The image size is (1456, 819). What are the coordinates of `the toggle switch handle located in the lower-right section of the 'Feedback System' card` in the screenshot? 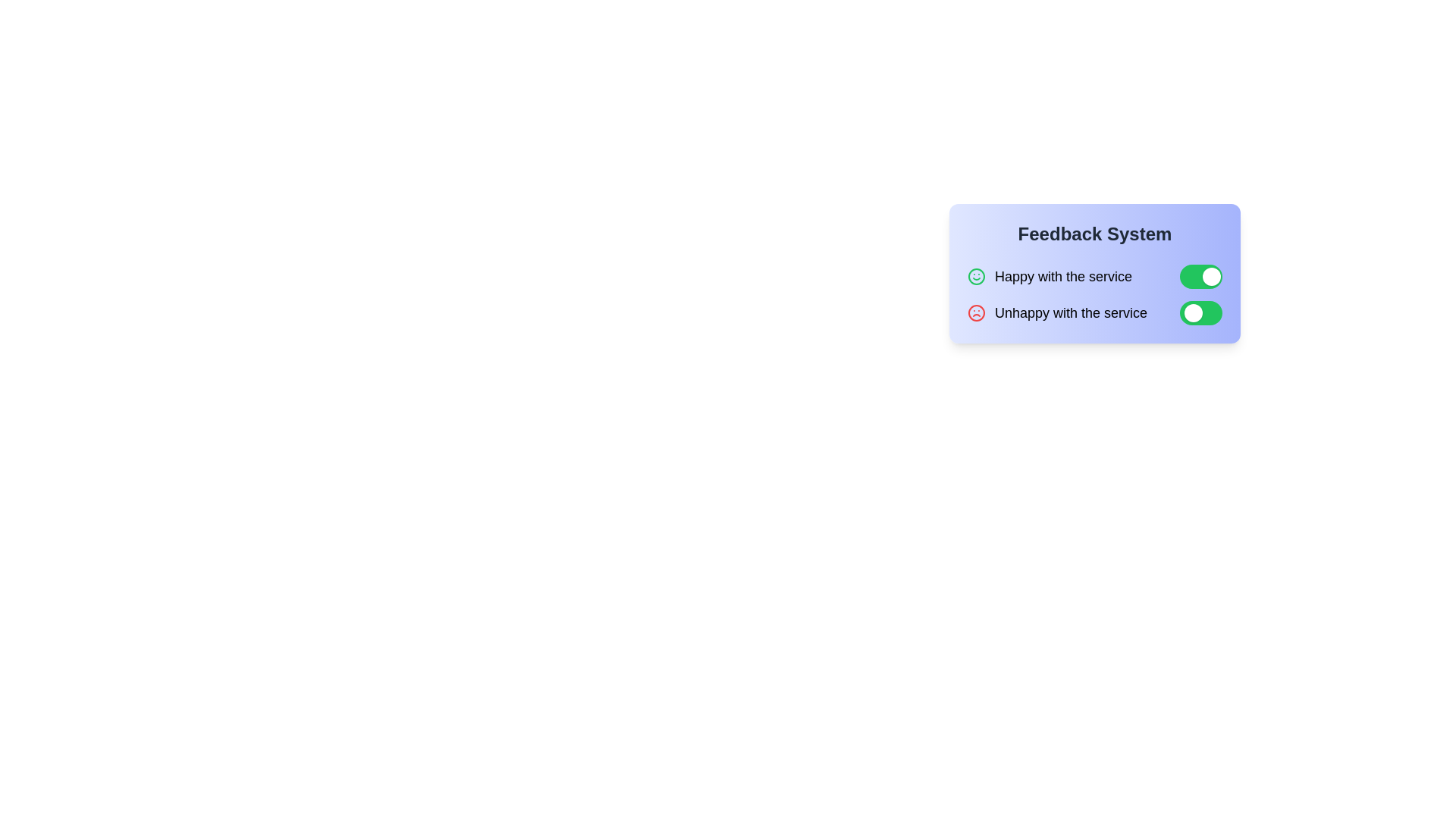 It's located at (1193, 312).